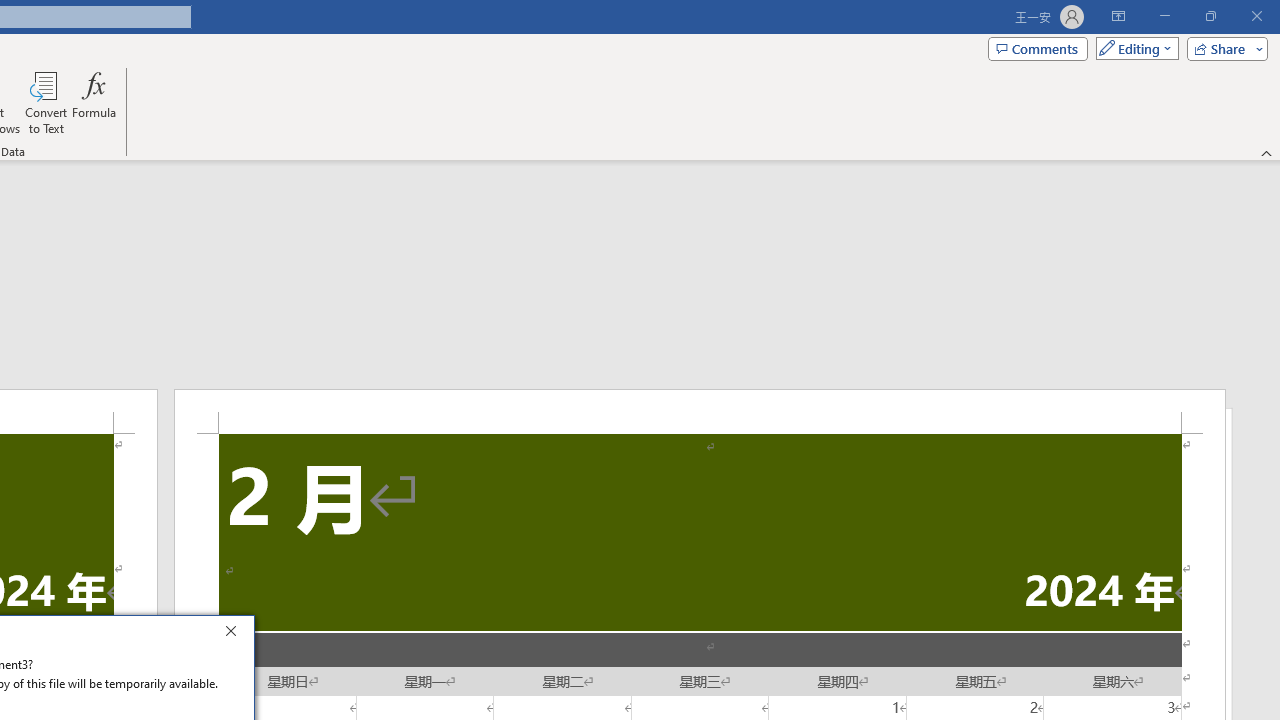 The height and width of the screenshot is (720, 1280). I want to click on 'Collapse the Ribbon', so click(1266, 152).